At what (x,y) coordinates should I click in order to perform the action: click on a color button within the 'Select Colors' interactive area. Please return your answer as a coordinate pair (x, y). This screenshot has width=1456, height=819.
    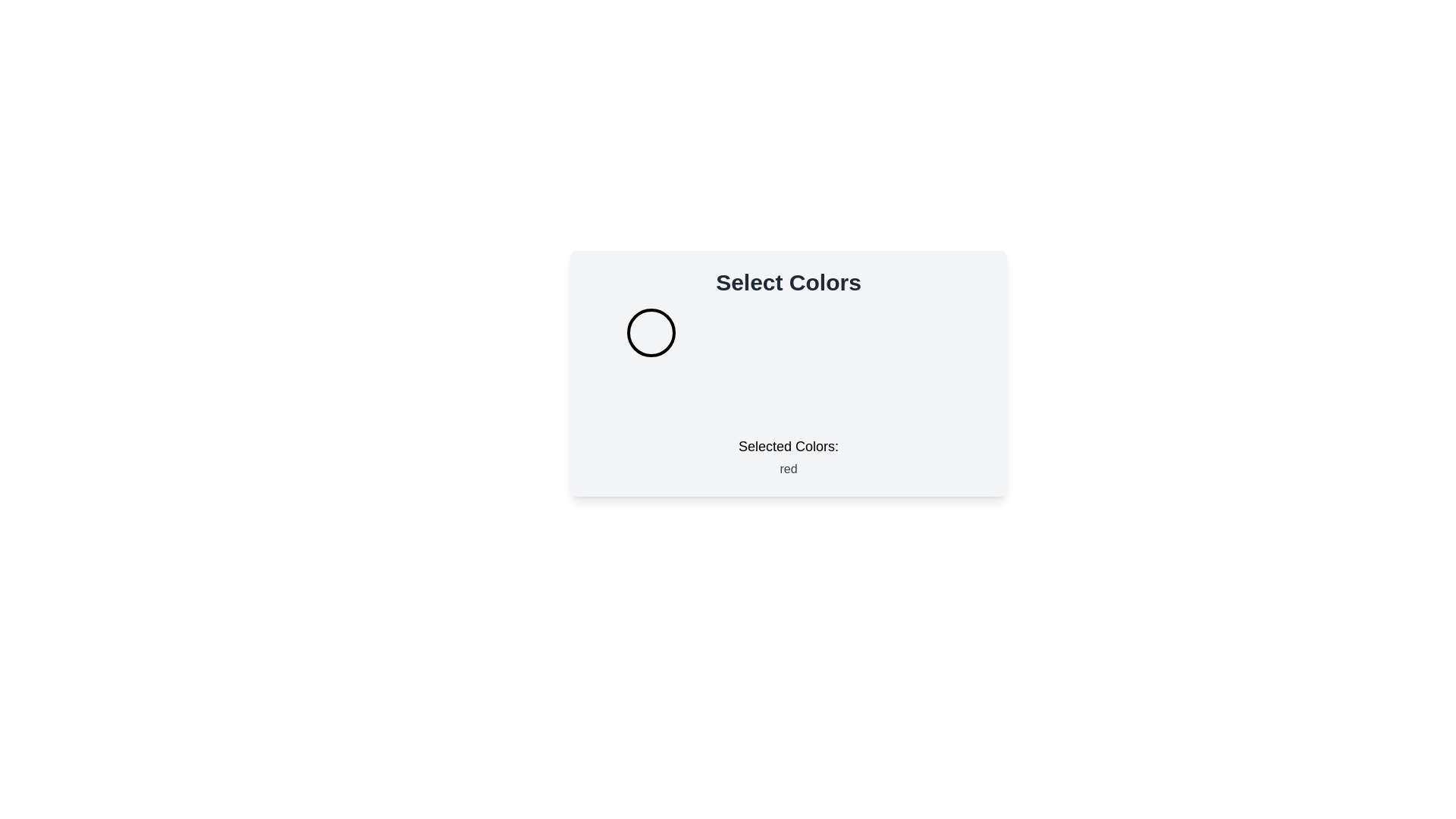
    Looking at the image, I should click on (789, 374).